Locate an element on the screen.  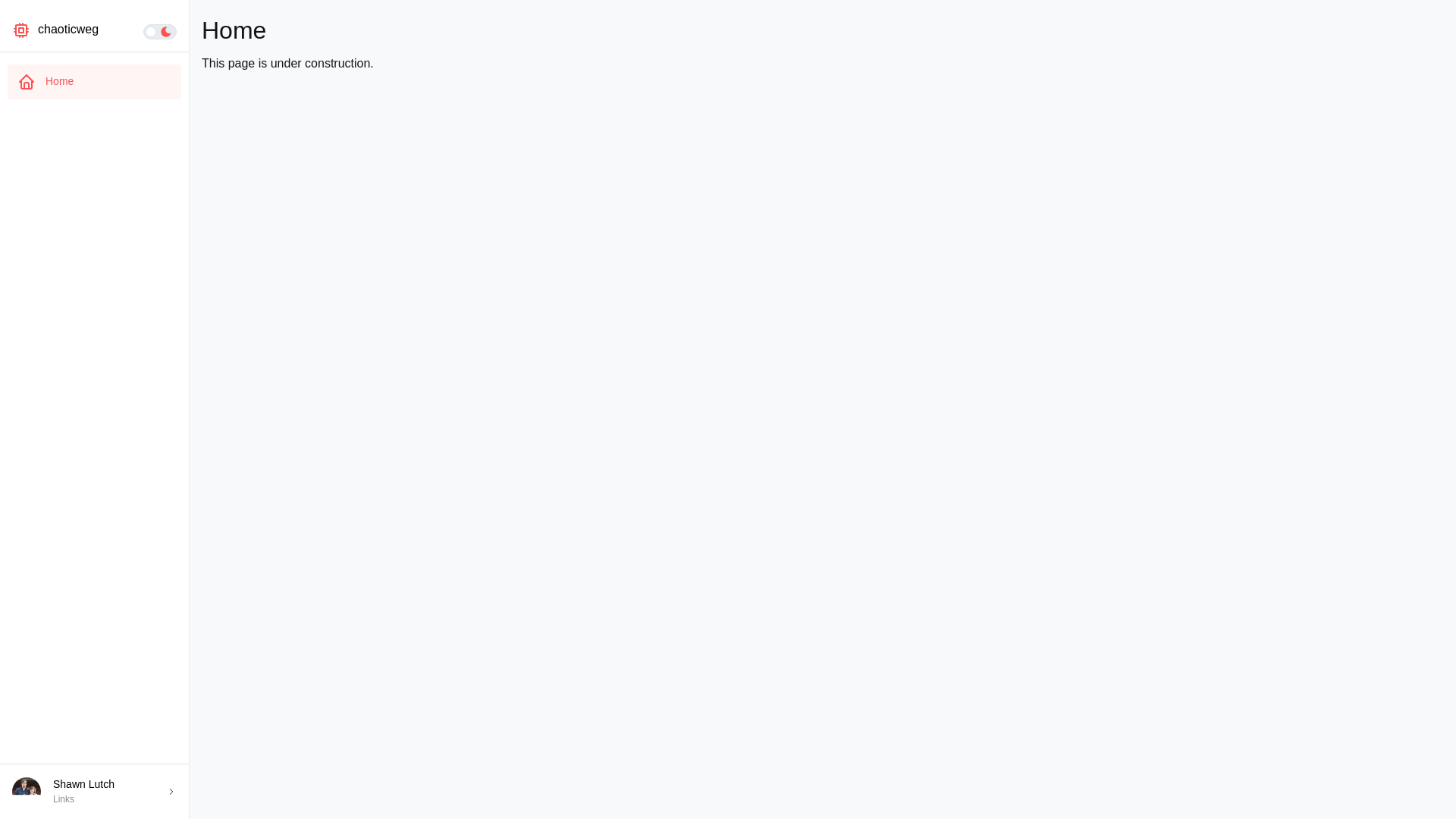
'Home' is located at coordinates (7, 82).